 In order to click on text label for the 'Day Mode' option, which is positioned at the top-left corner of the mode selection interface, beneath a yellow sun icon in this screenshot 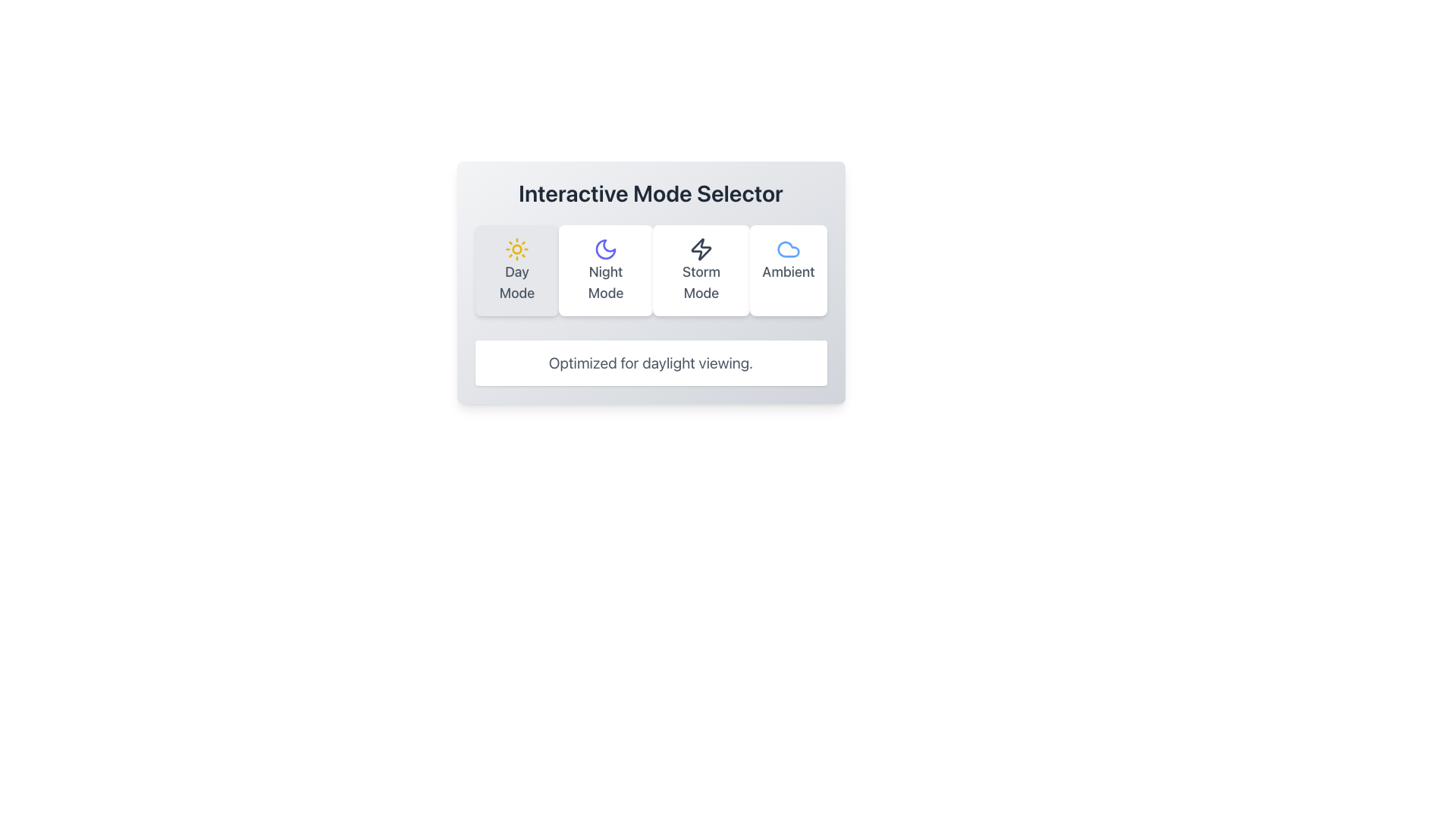, I will do `click(516, 283)`.